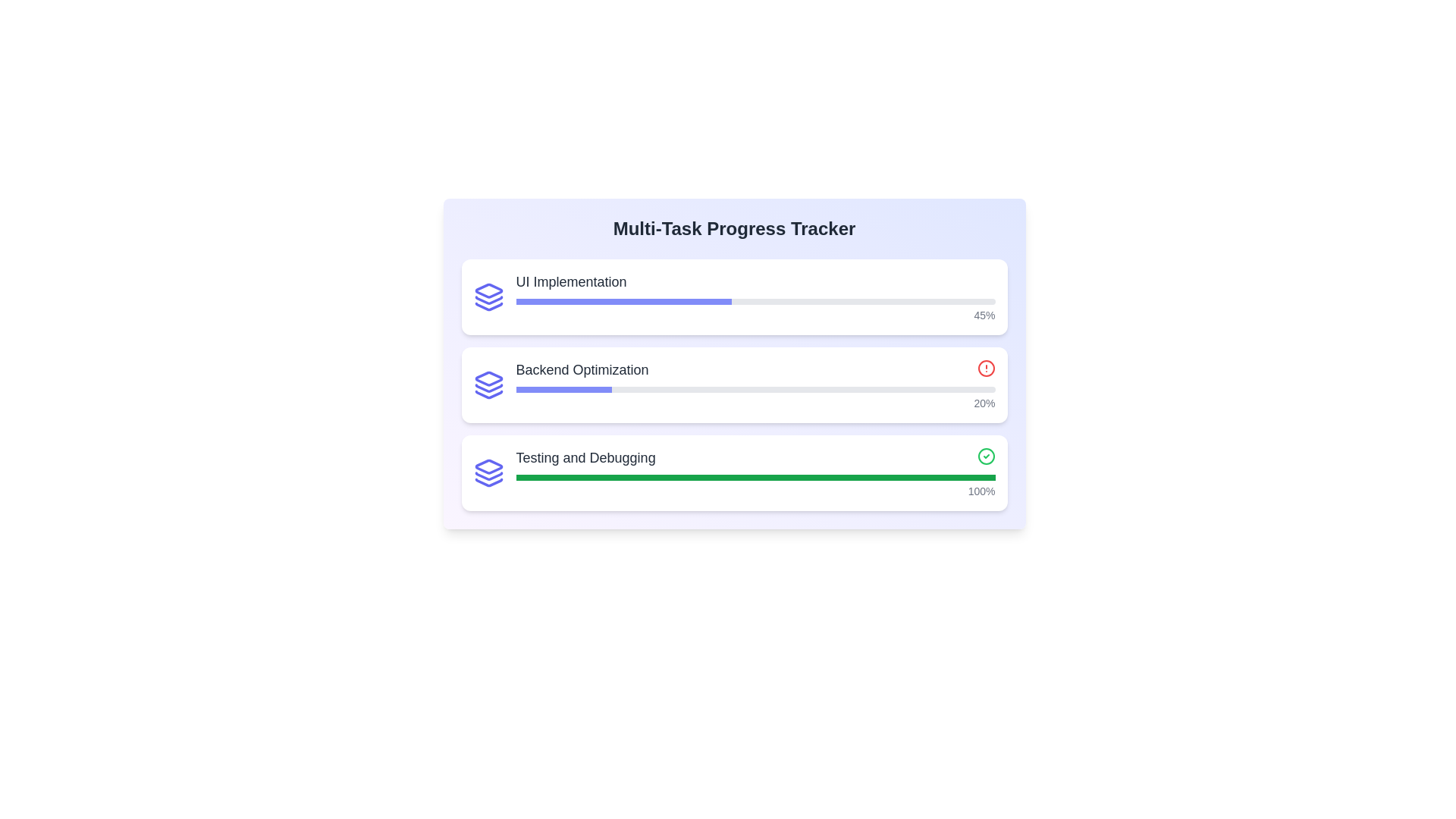 The height and width of the screenshot is (819, 1456). What do you see at coordinates (488, 482) in the screenshot?
I see `the graphical layer icon consisting of three stacked polygons, located at the bottom layer of the icon adjacent to the progress bar labeled 'Testing and Debugging'` at bounding box center [488, 482].